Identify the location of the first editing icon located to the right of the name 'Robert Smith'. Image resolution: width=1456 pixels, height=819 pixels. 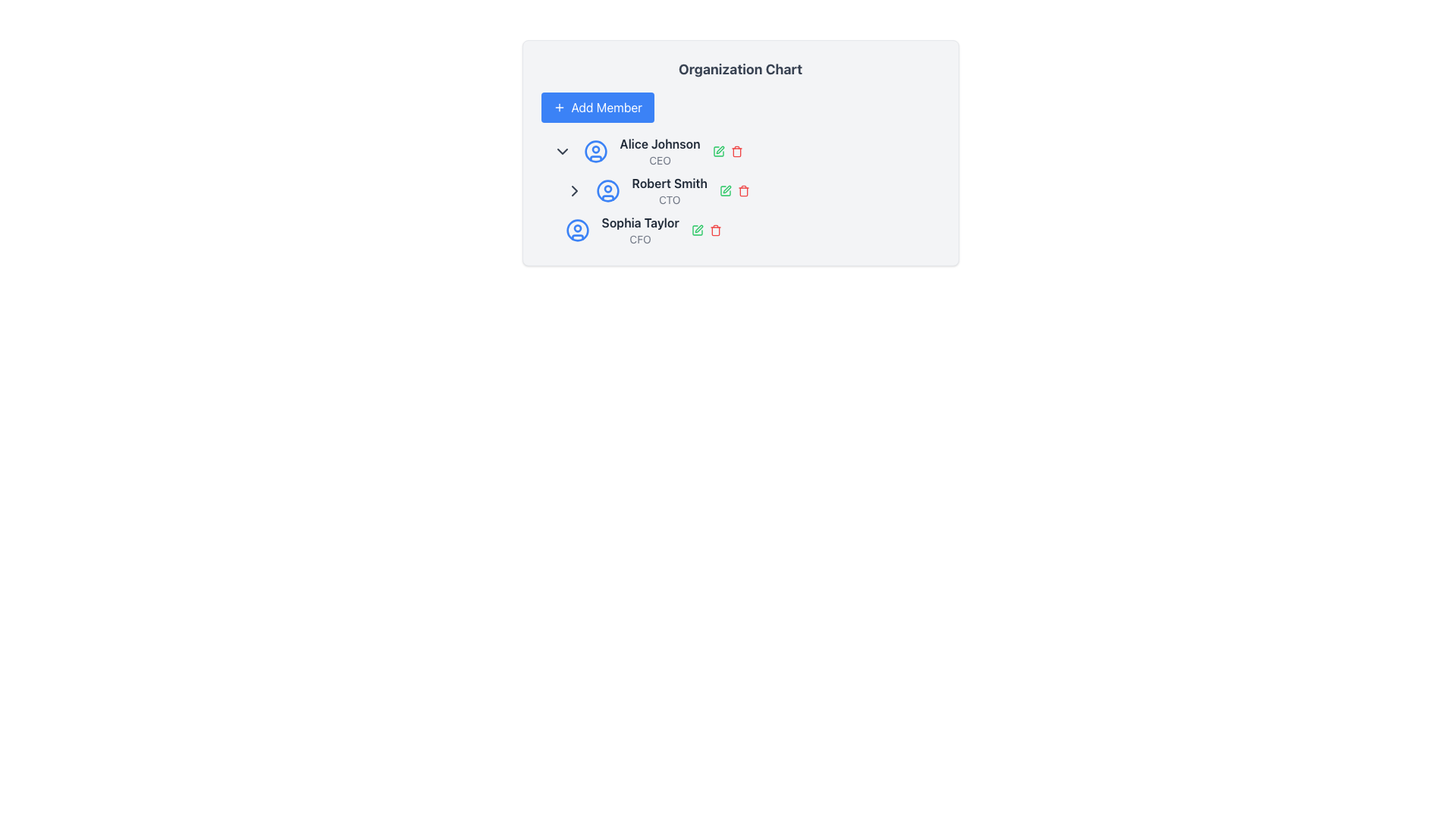
(725, 190).